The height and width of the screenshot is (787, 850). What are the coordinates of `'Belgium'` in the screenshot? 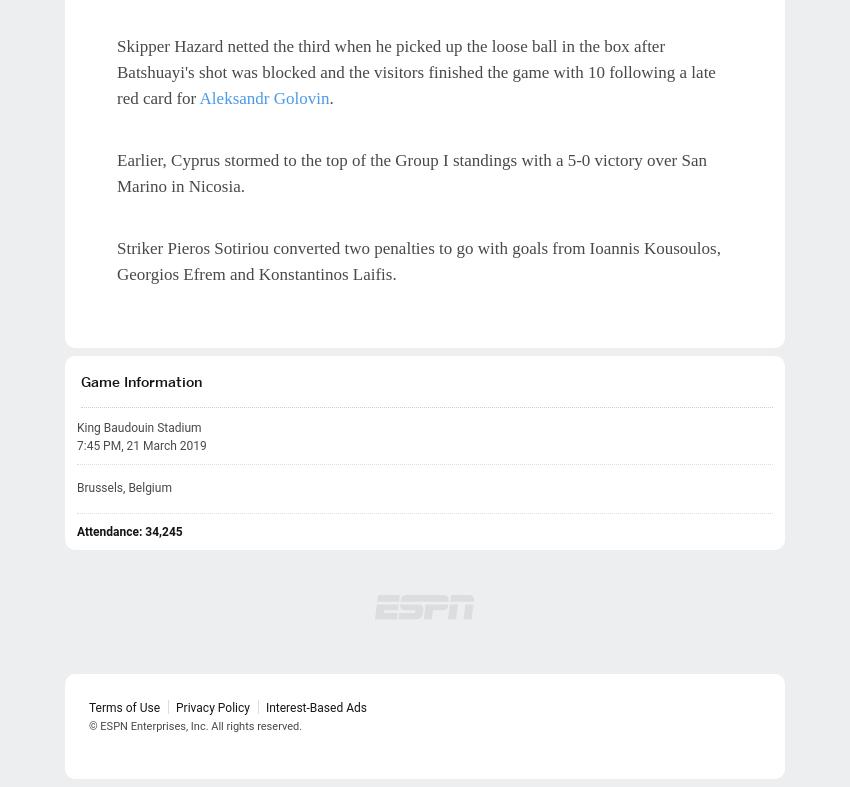 It's located at (149, 486).